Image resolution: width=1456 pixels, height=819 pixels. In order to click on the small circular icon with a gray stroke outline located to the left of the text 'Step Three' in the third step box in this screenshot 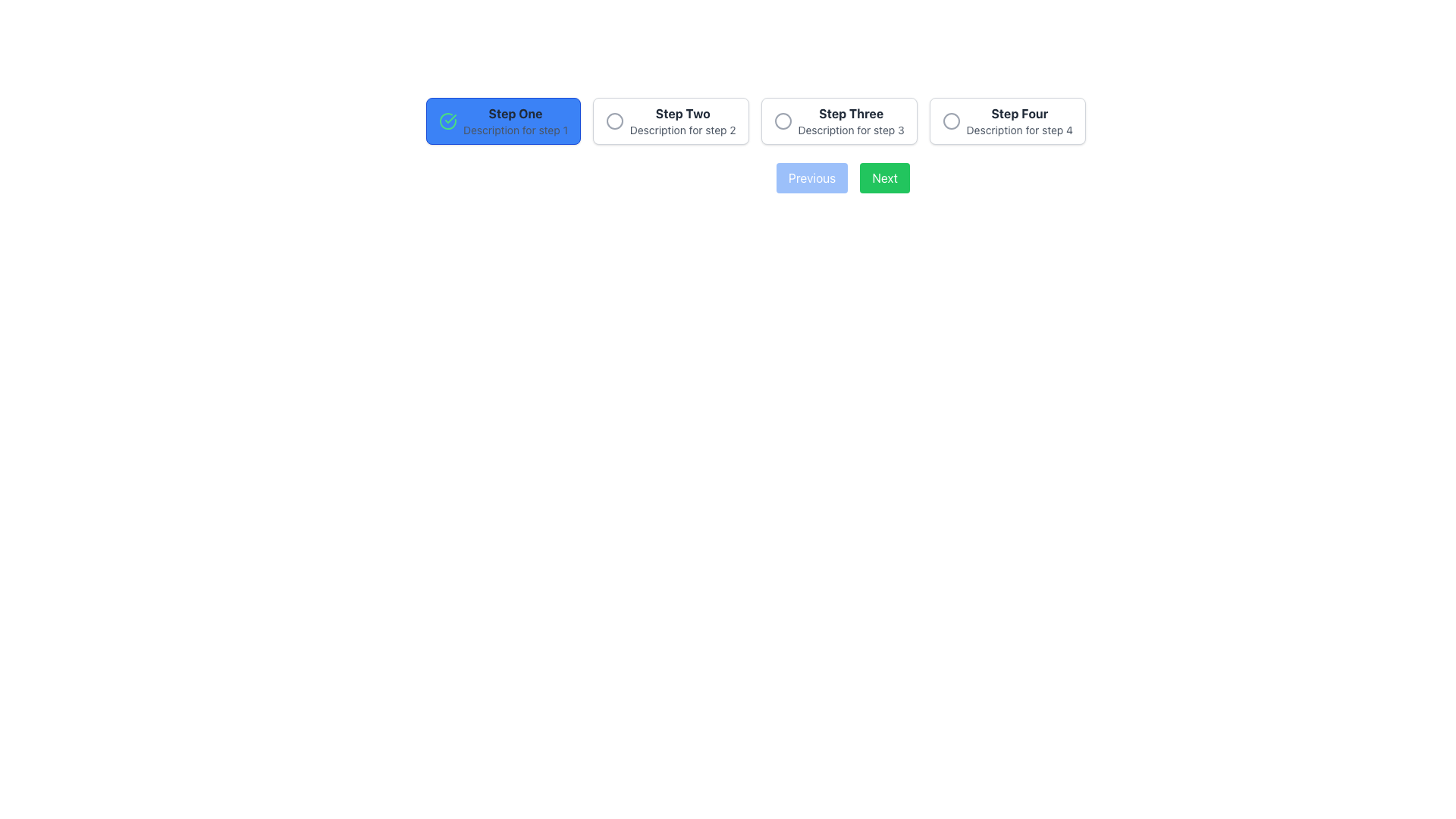, I will do `click(783, 120)`.